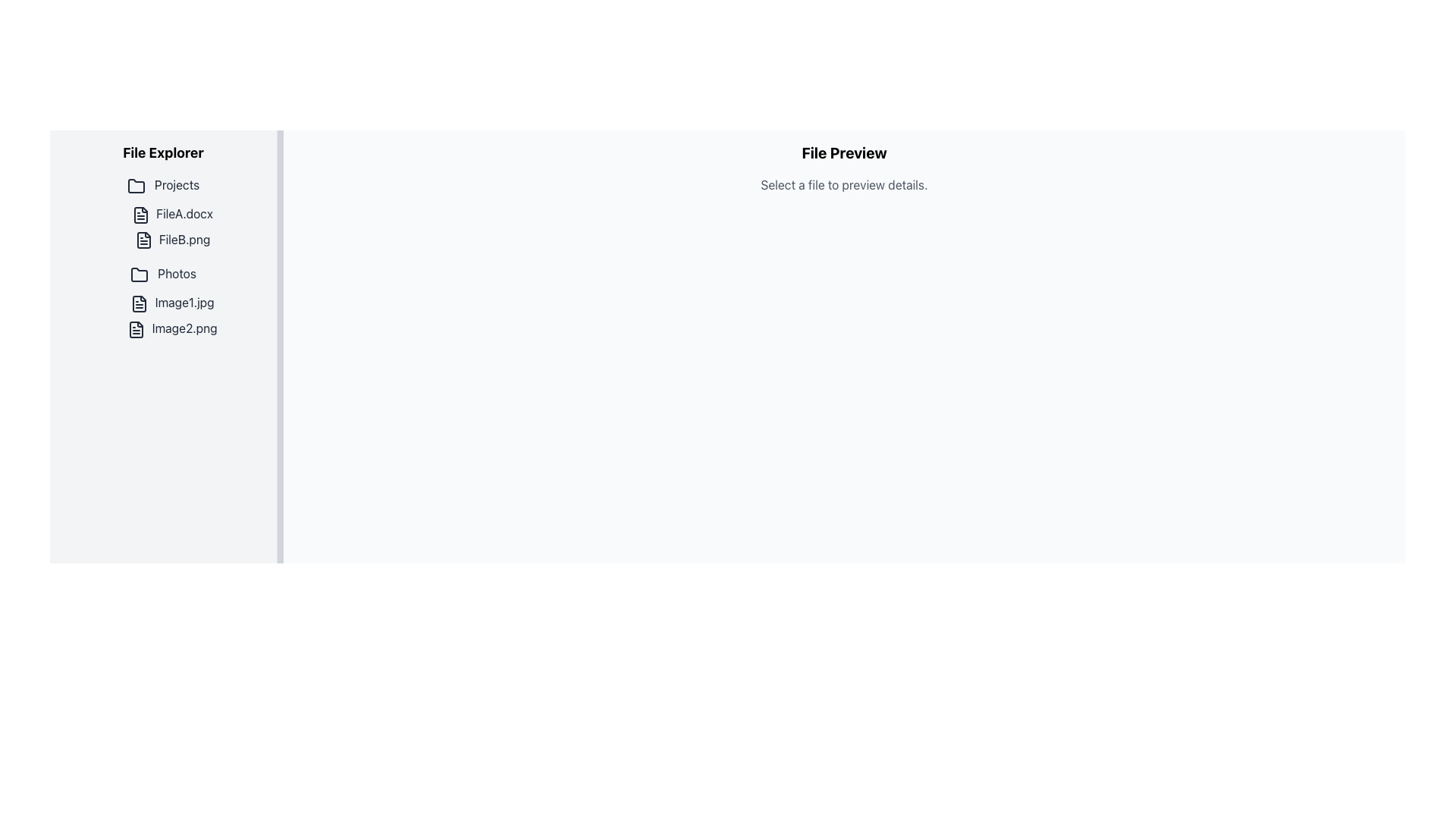 The width and height of the screenshot is (1456, 819). I want to click on the icon representing the file 'Image1.jpg' located in the 'File Explorer' section to interact with the file, so click(140, 303).